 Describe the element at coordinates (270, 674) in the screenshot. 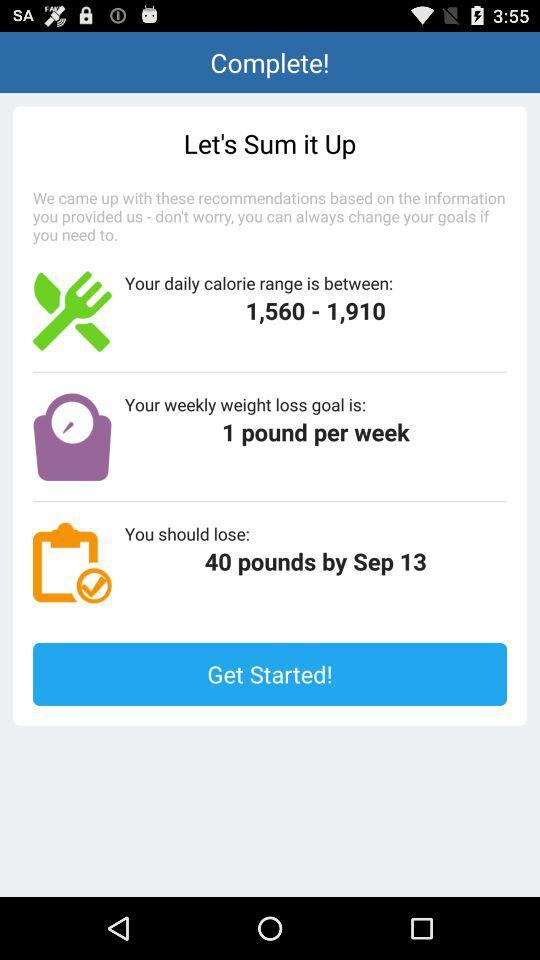

I see `the get started!` at that location.